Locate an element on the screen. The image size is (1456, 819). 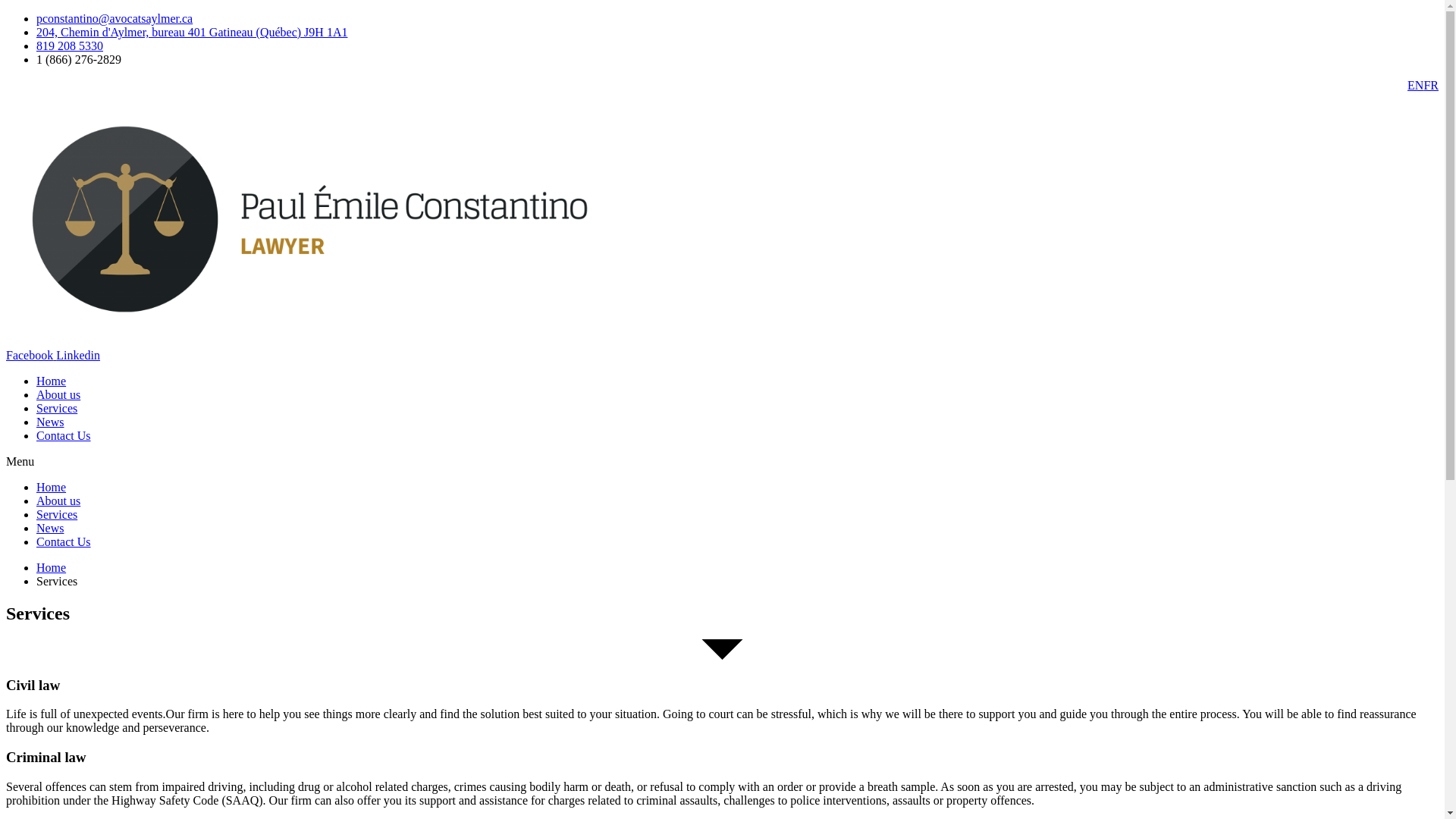
'Services' is located at coordinates (57, 513).